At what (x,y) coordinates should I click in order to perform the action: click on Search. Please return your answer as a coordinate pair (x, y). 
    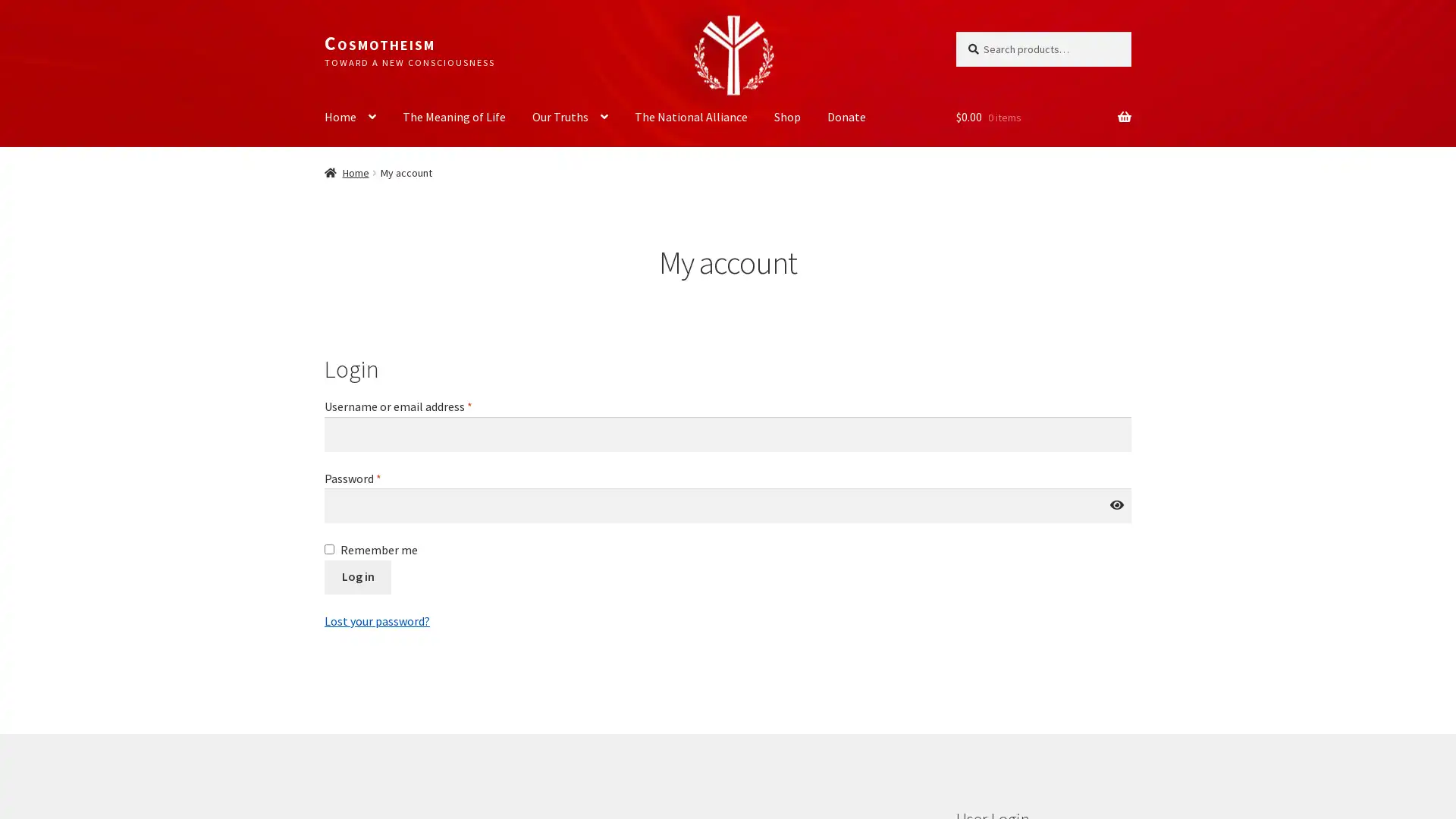
    Looking at the image, I should click on (954, 30).